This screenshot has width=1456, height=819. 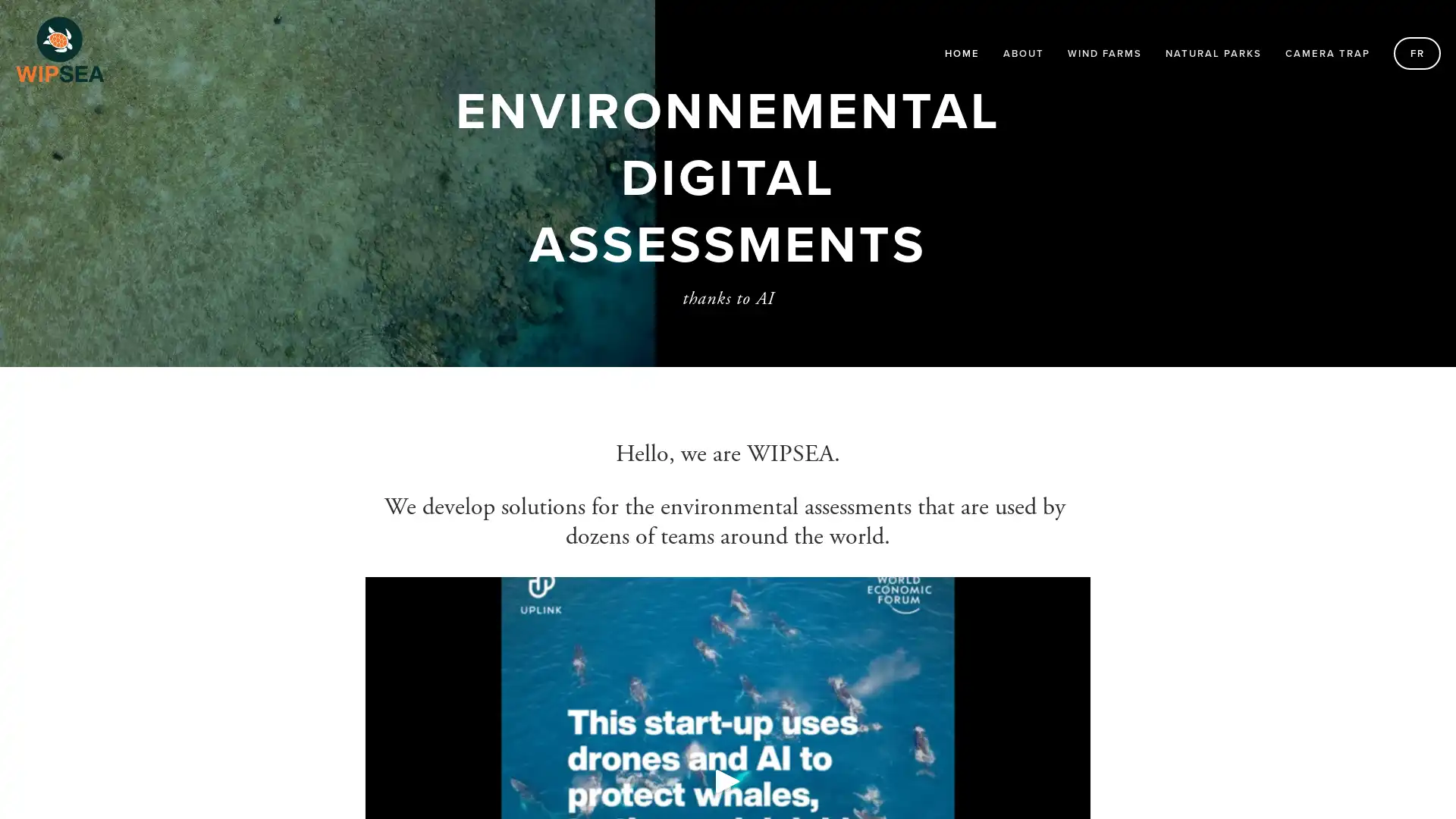 I want to click on Play, so click(x=728, y=780).